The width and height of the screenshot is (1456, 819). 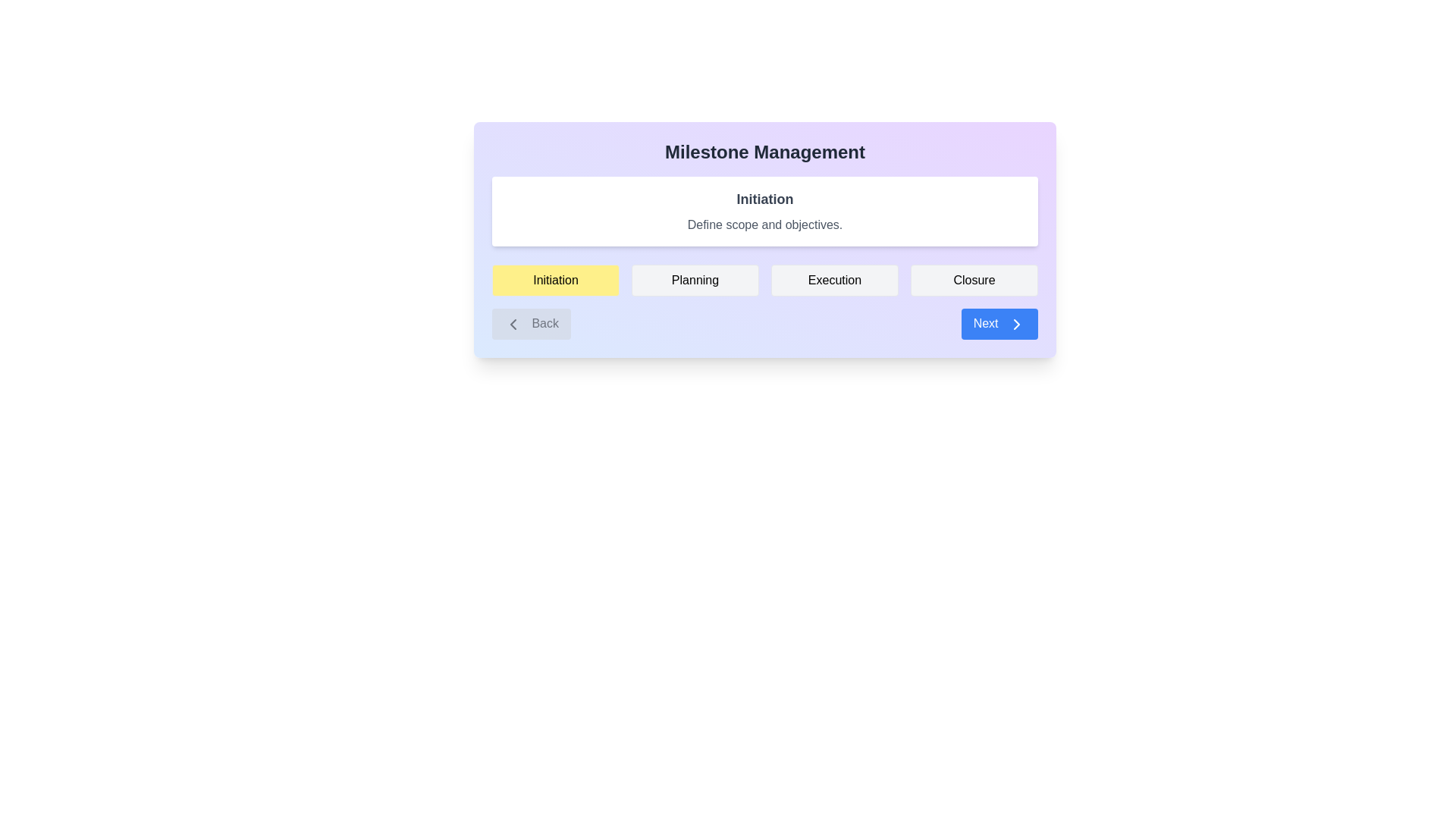 What do you see at coordinates (555, 281) in the screenshot?
I see `the 'Initiation' text label, which is styled in medium-bold black font on a yellow background, to focus or select the stage represented` at bounding box center [555, 281].